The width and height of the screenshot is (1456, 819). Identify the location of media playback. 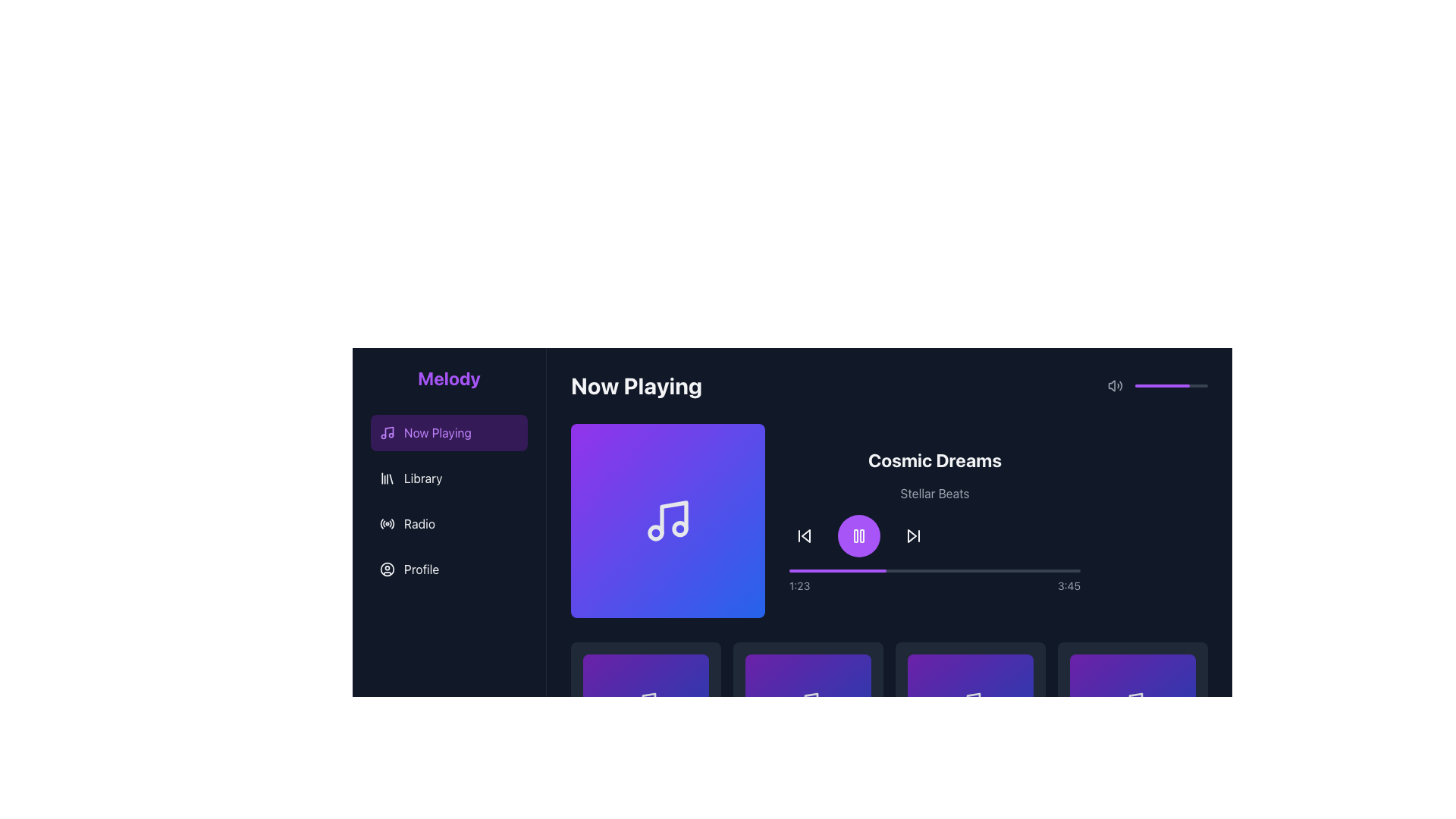
(1064, 570).